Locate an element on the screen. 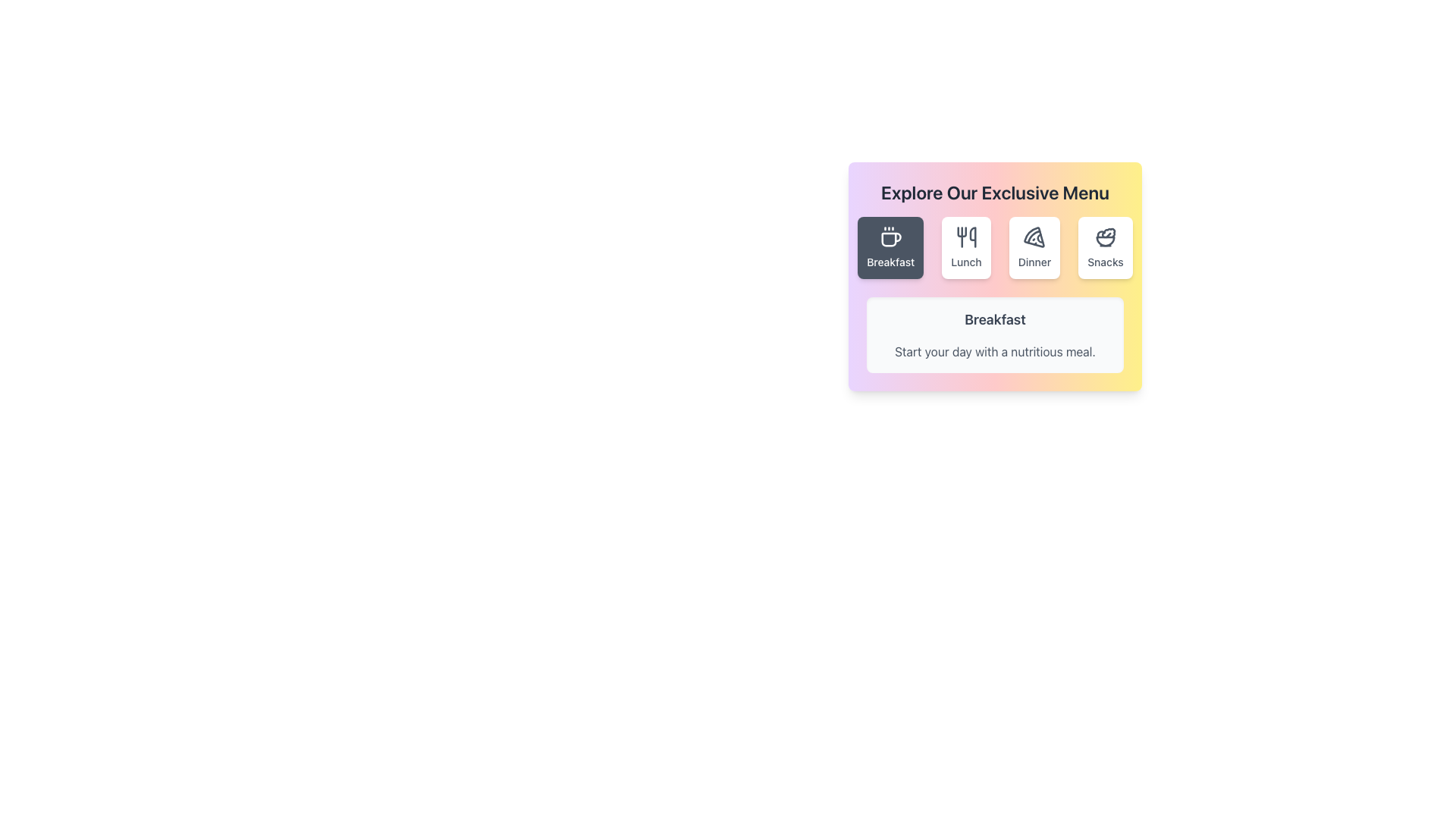  text of the heading label that emphasizes the content of the 'Breakfast' section, located centrally above the descriptive phrase is located at coordinates (995, 318).